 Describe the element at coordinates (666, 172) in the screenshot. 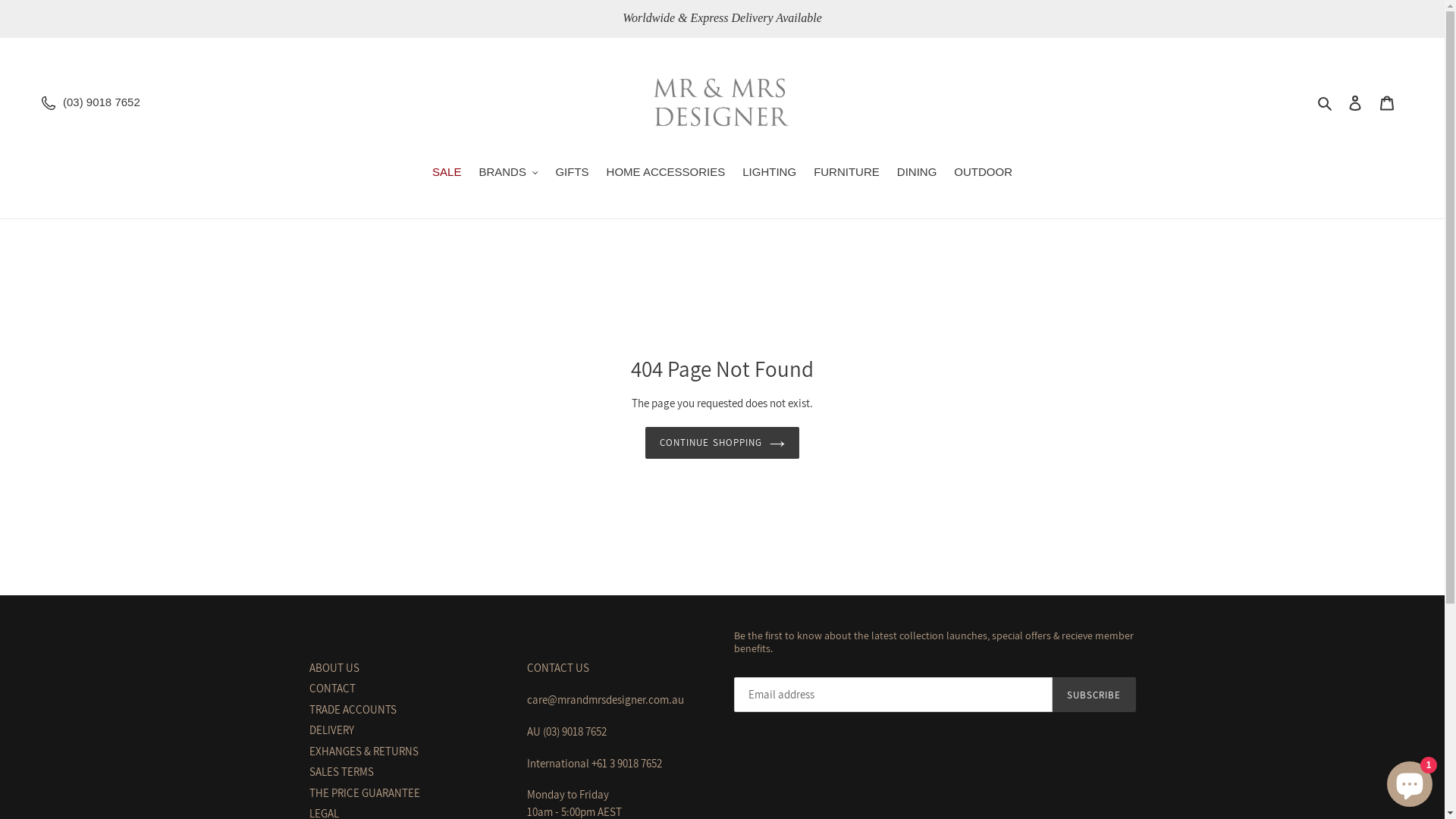

I see `'HOME ACCESSORIES'` at that location.